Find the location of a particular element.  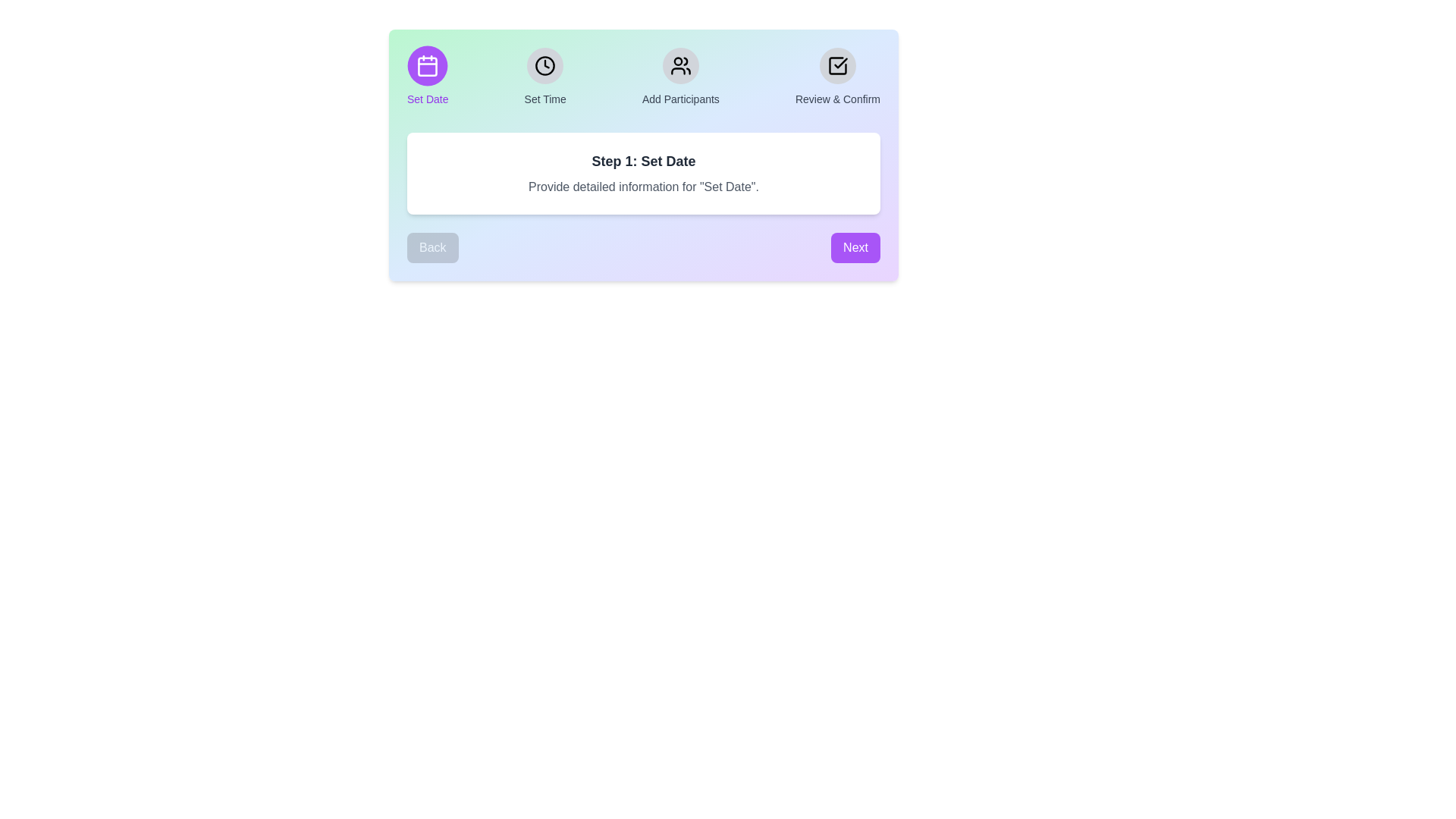

the icon corresponding to the step 'Set Time' to view its details is located at coordinates (545, 65).